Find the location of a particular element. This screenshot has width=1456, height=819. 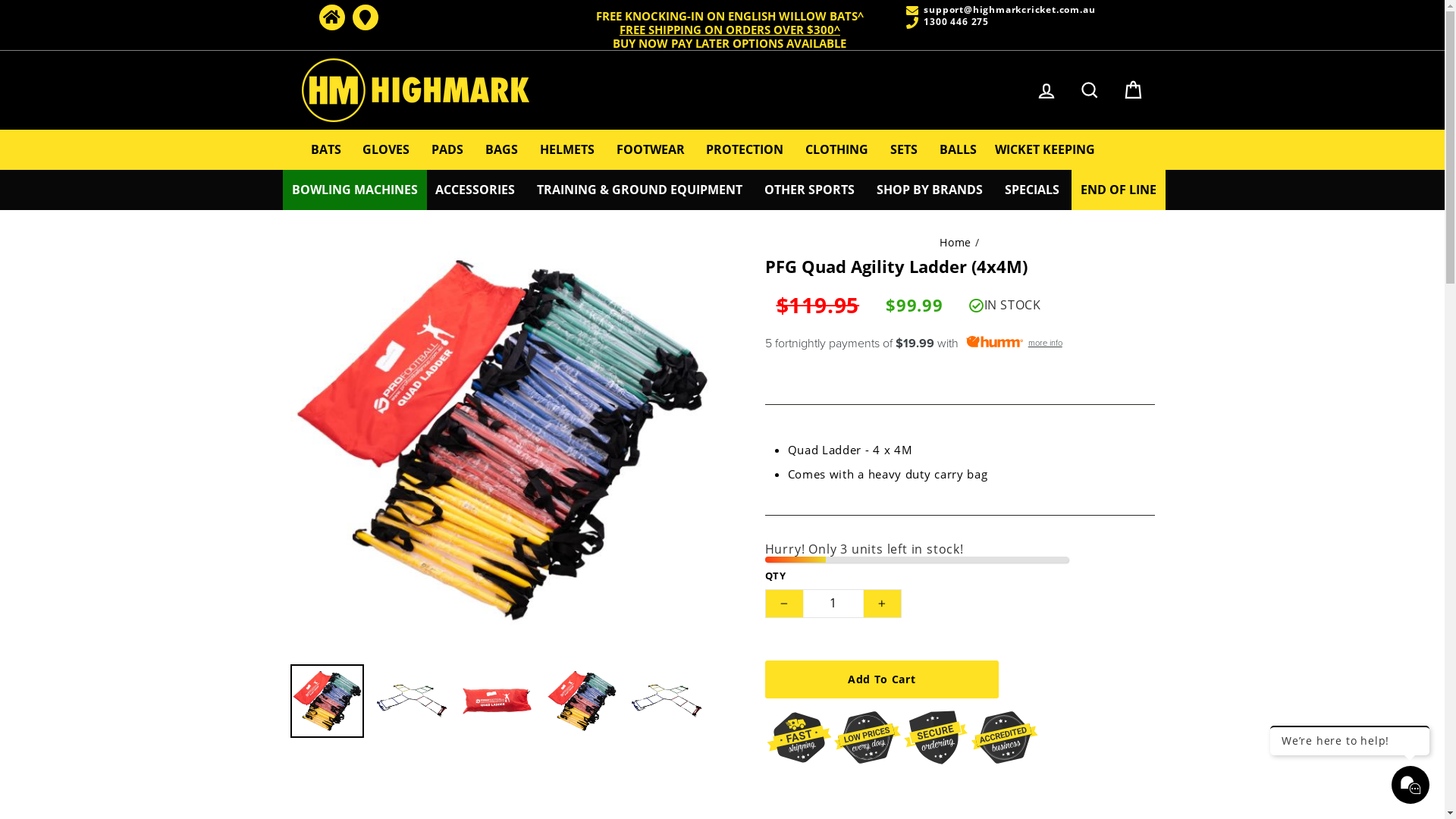

'SETS' is located at coordinates (903, 149).